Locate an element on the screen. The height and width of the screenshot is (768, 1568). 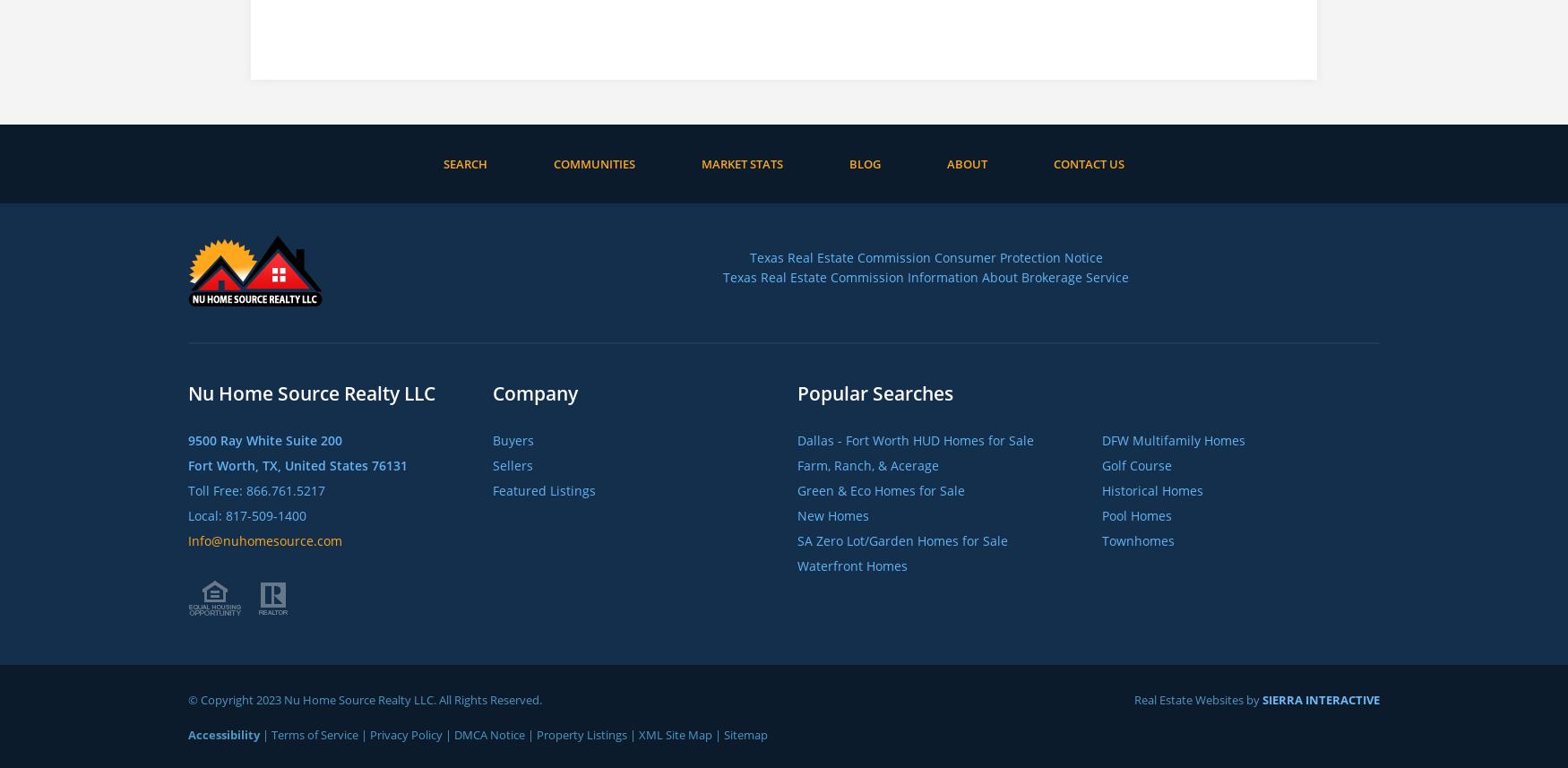
'Texas Real Estate Commission Information About Brokerage Service' is located at coordinates (925, 275).